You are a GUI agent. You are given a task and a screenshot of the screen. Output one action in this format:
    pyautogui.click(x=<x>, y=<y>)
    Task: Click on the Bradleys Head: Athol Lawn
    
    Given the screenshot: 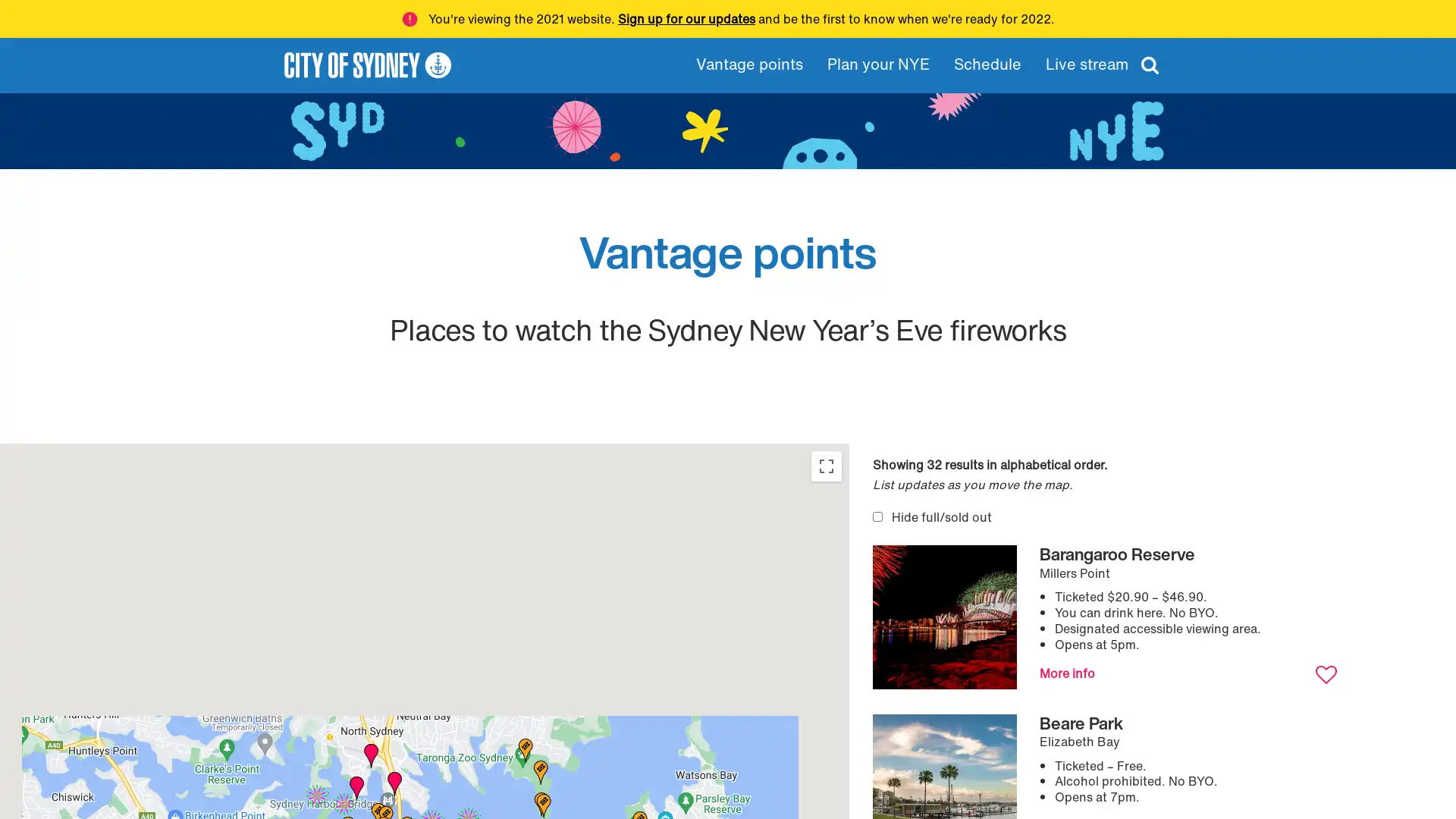 What is the action you would take?
    pyautogui.click(x=539, y=795)
    